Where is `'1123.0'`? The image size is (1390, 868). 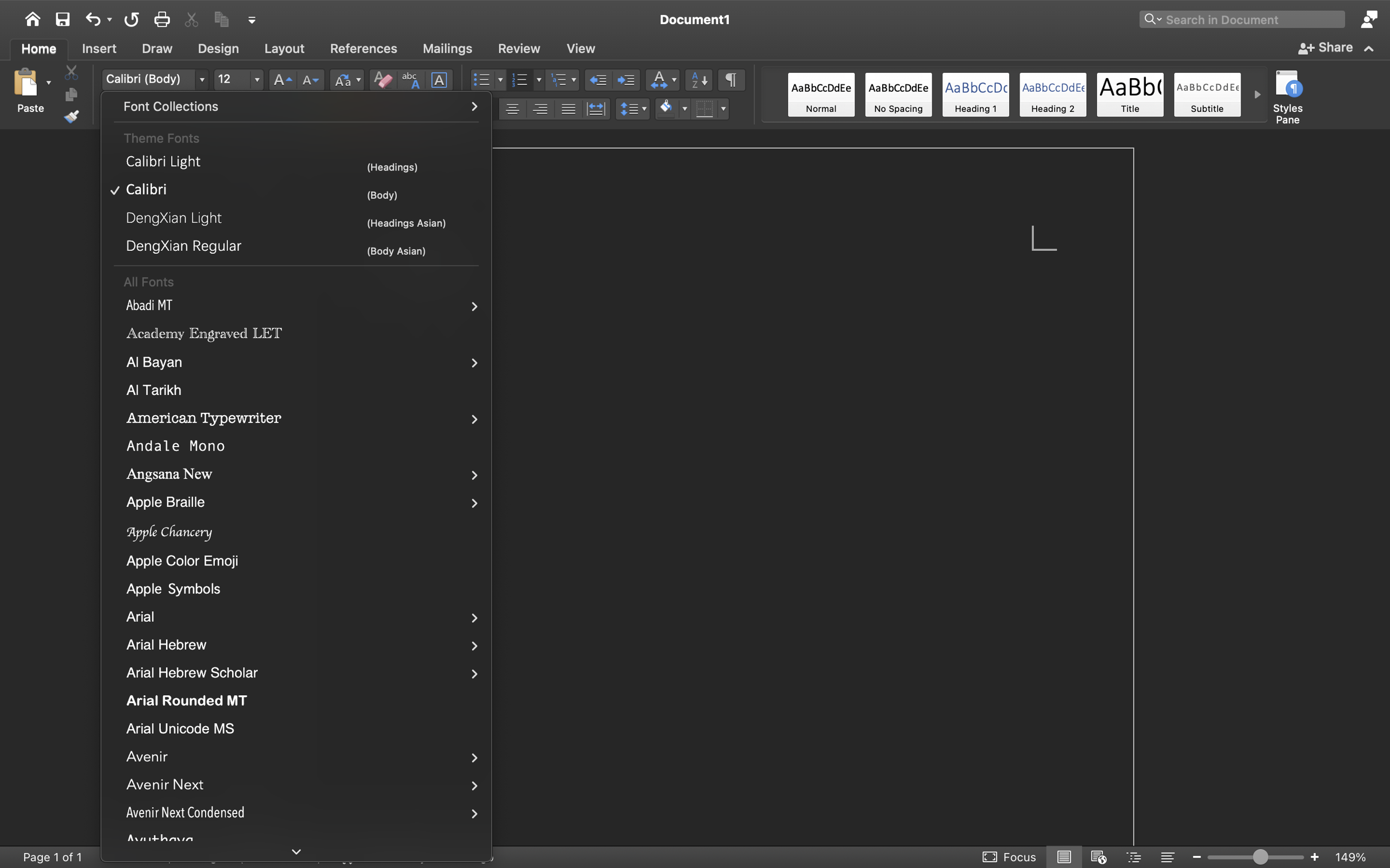
'1123.0' is located at coordinates (1256, 856).